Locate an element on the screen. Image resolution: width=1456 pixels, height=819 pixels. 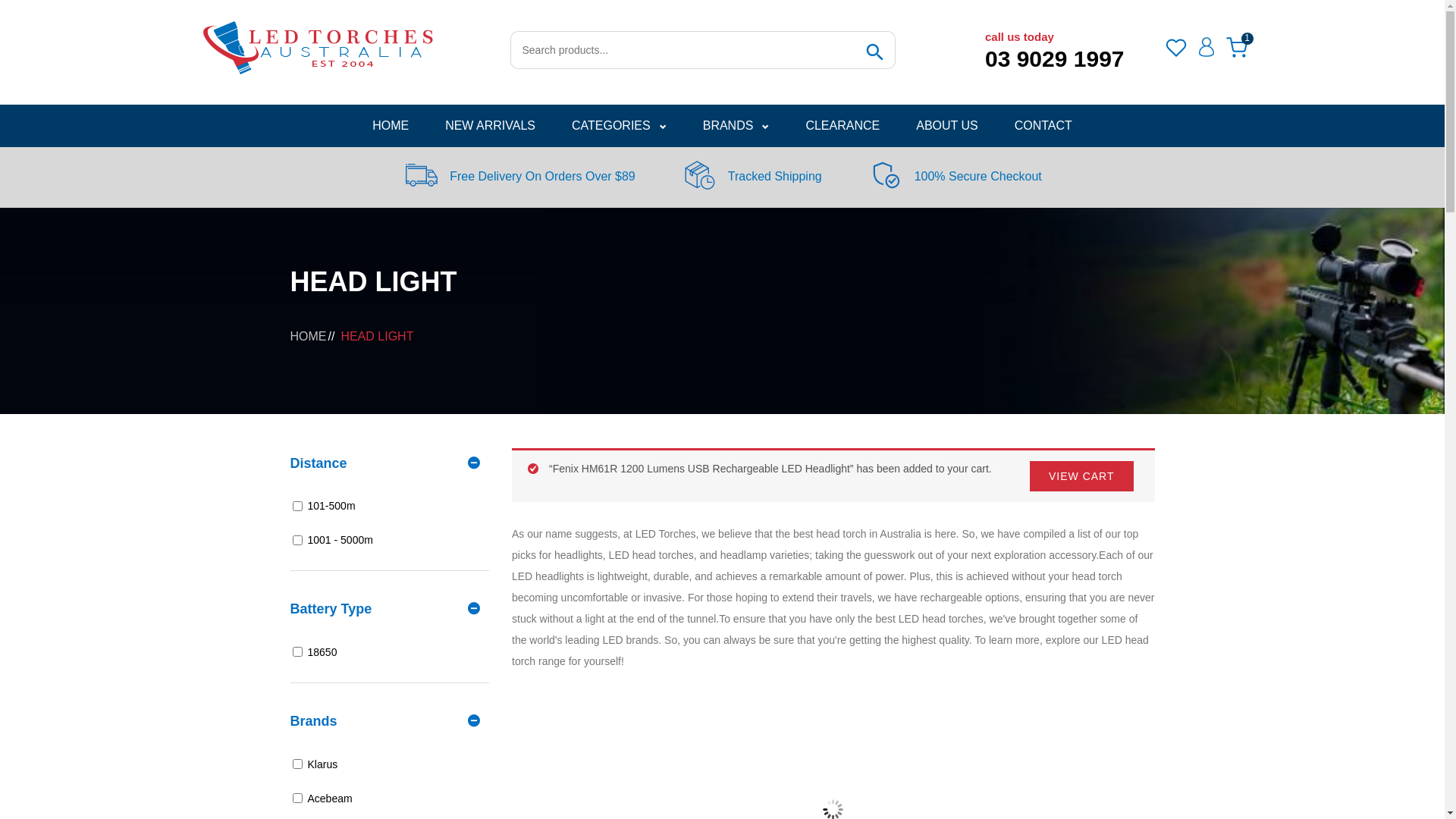
'03 9029 1997' is located at coordinates (985, 58).